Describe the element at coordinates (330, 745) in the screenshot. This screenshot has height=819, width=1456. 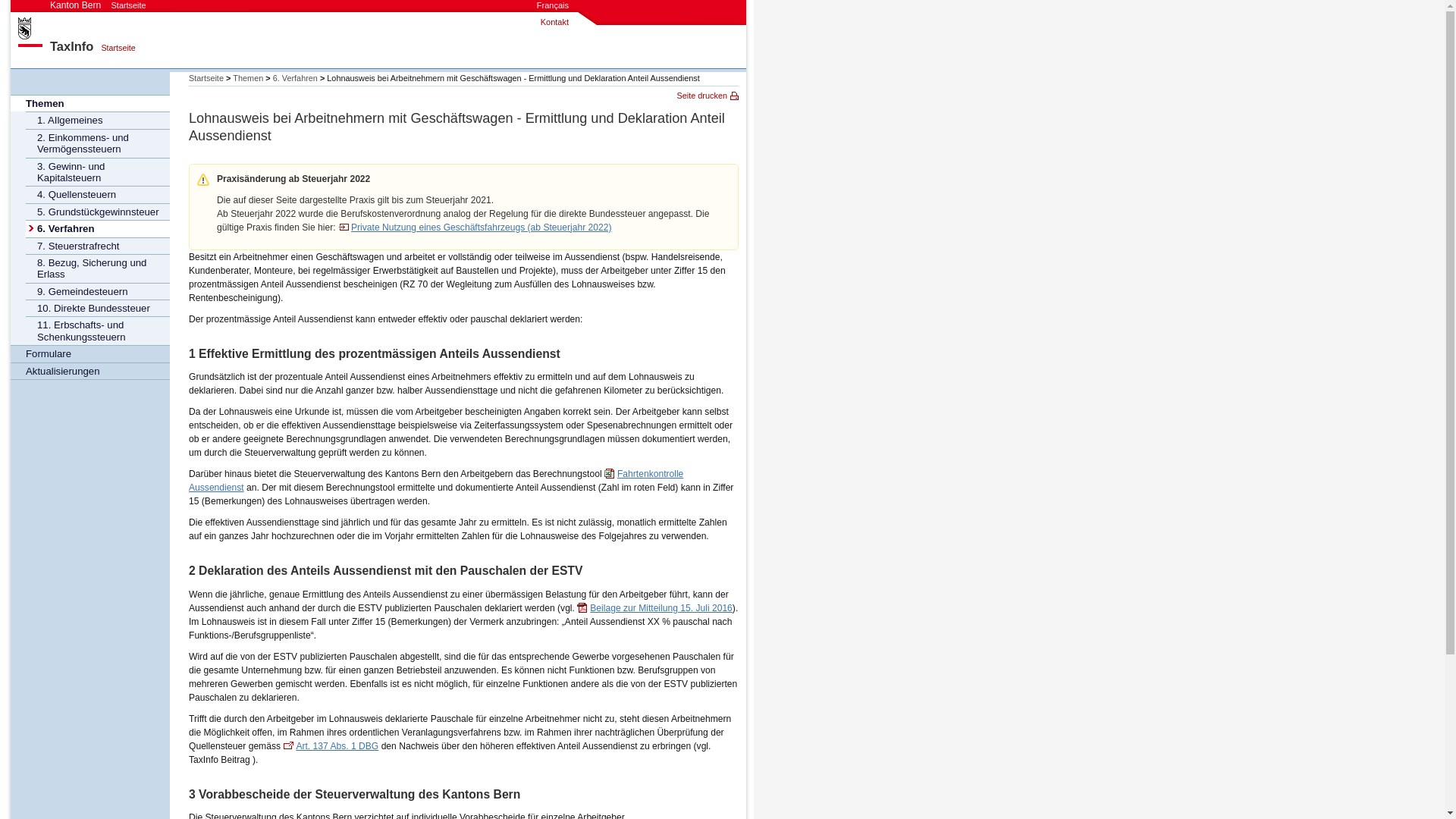
I see `'Art. 137 Abs. 1 DBG'` at that location.